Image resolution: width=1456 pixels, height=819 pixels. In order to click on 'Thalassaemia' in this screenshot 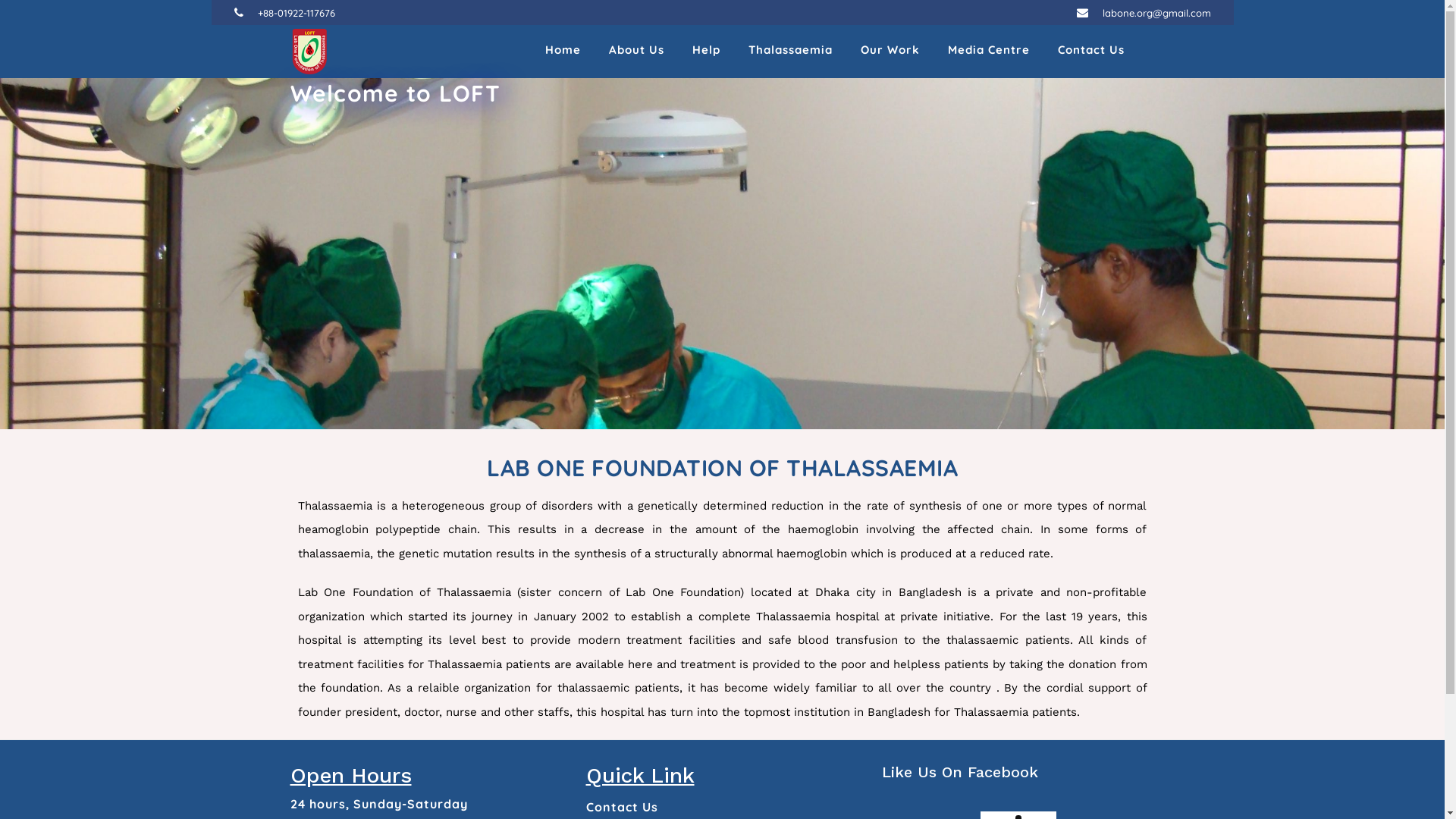, I will do `click(789, 51)`.